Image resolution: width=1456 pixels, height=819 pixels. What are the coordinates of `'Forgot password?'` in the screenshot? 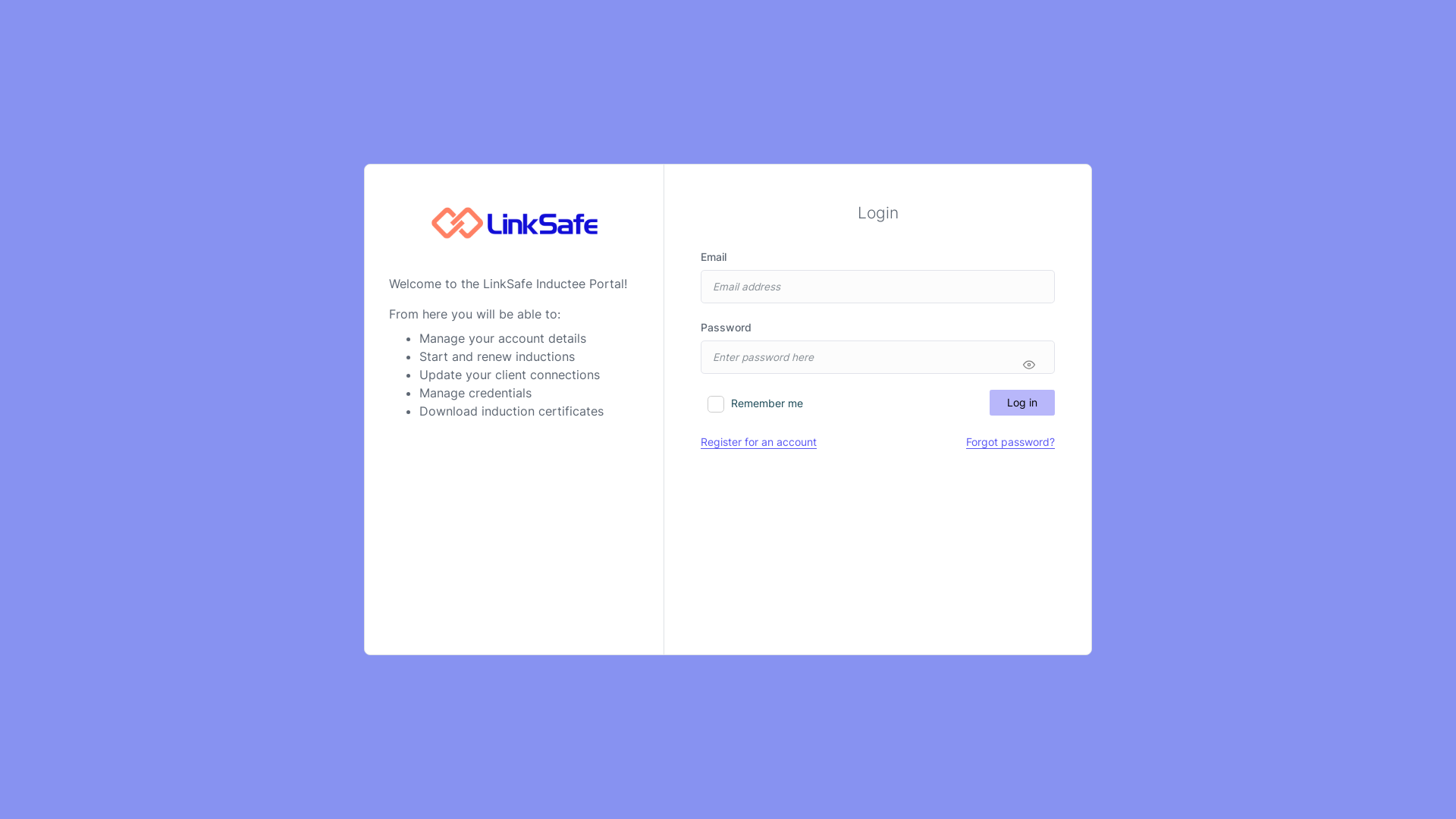 It's located at (1010, 441).